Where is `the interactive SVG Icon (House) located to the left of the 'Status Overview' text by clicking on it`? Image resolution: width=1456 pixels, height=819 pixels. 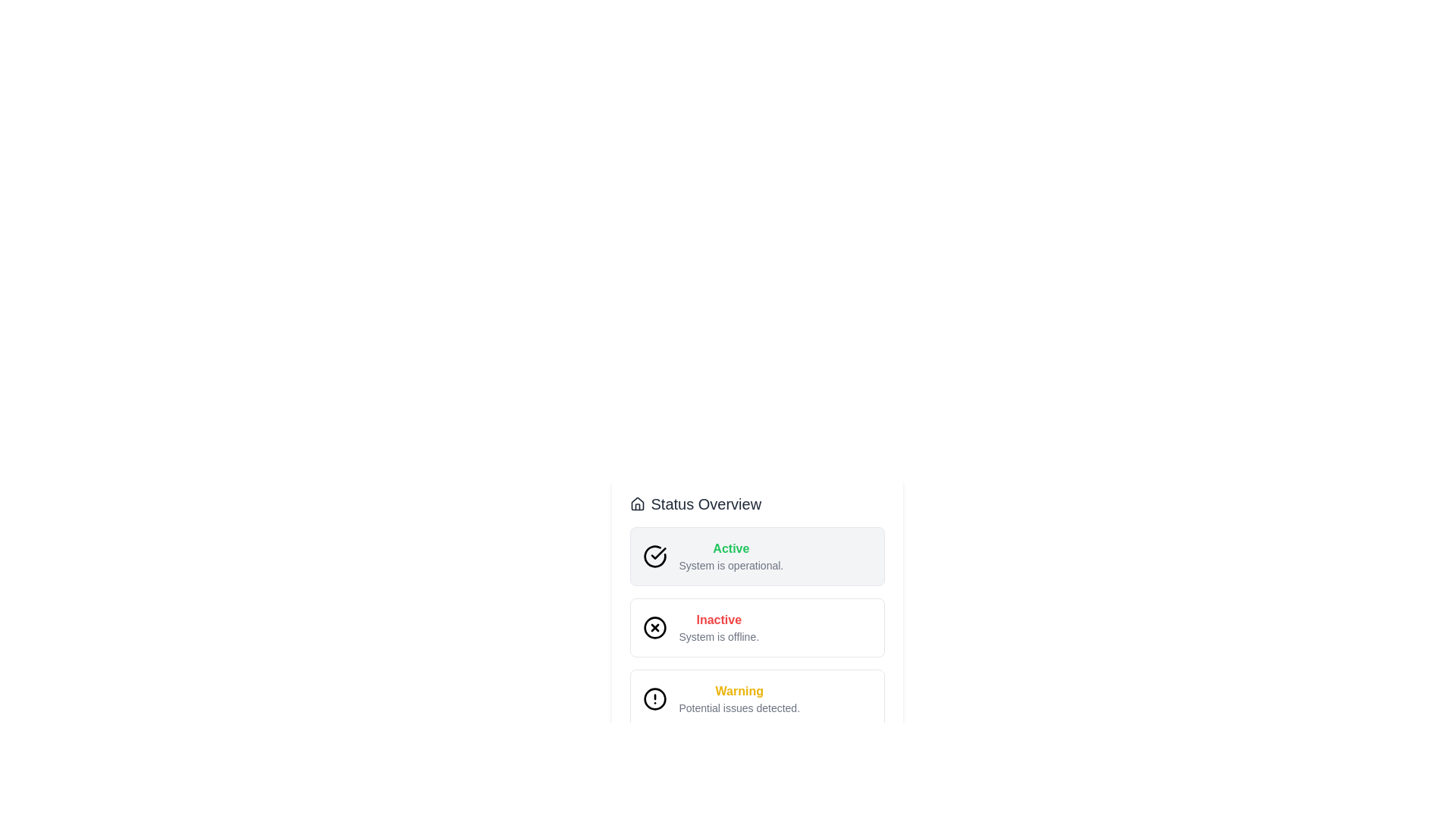
the interactive SVG Icon (House) located to the left of the 'Status Overview' text by clicking on it is located at coordinates (637, 504).